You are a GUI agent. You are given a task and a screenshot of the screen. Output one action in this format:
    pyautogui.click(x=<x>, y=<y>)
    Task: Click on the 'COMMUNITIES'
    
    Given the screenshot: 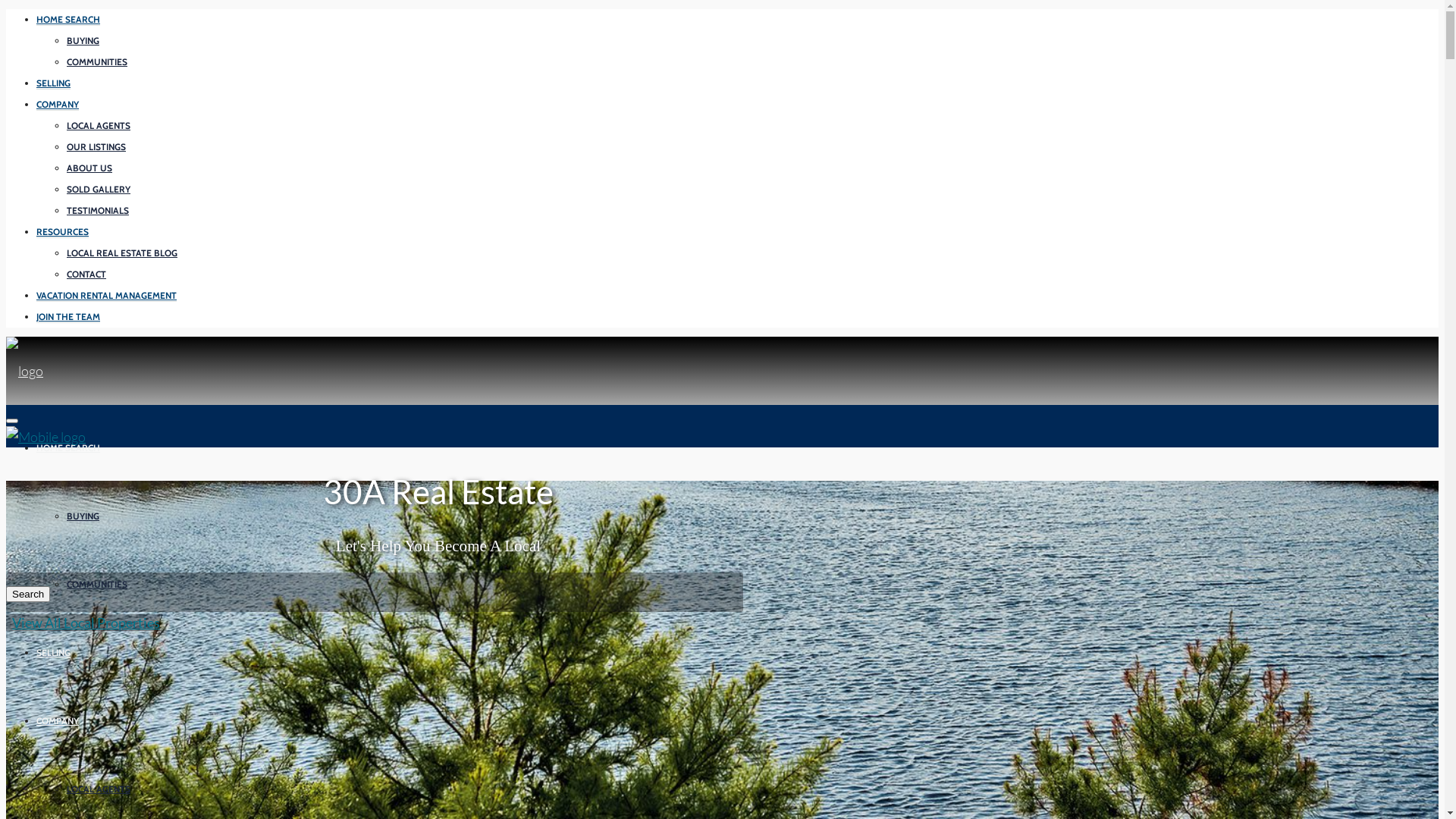 What is the action you would take?
    pyautogui.click(x=96, y=61)
    